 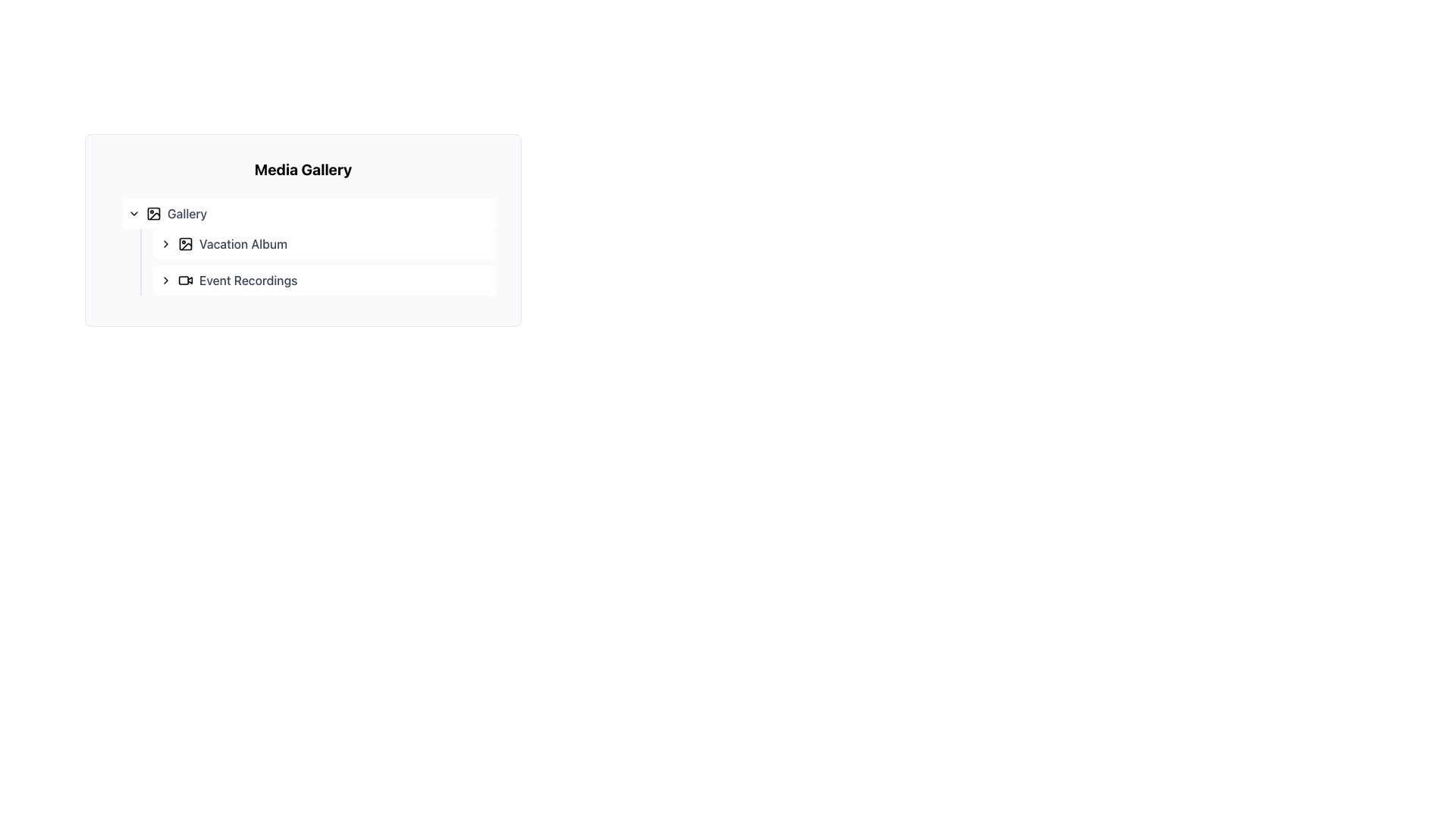 I want to click on the Dropdown Indicator icon located on the left side within the 'Gallery' section, so click(x=134, y=213).